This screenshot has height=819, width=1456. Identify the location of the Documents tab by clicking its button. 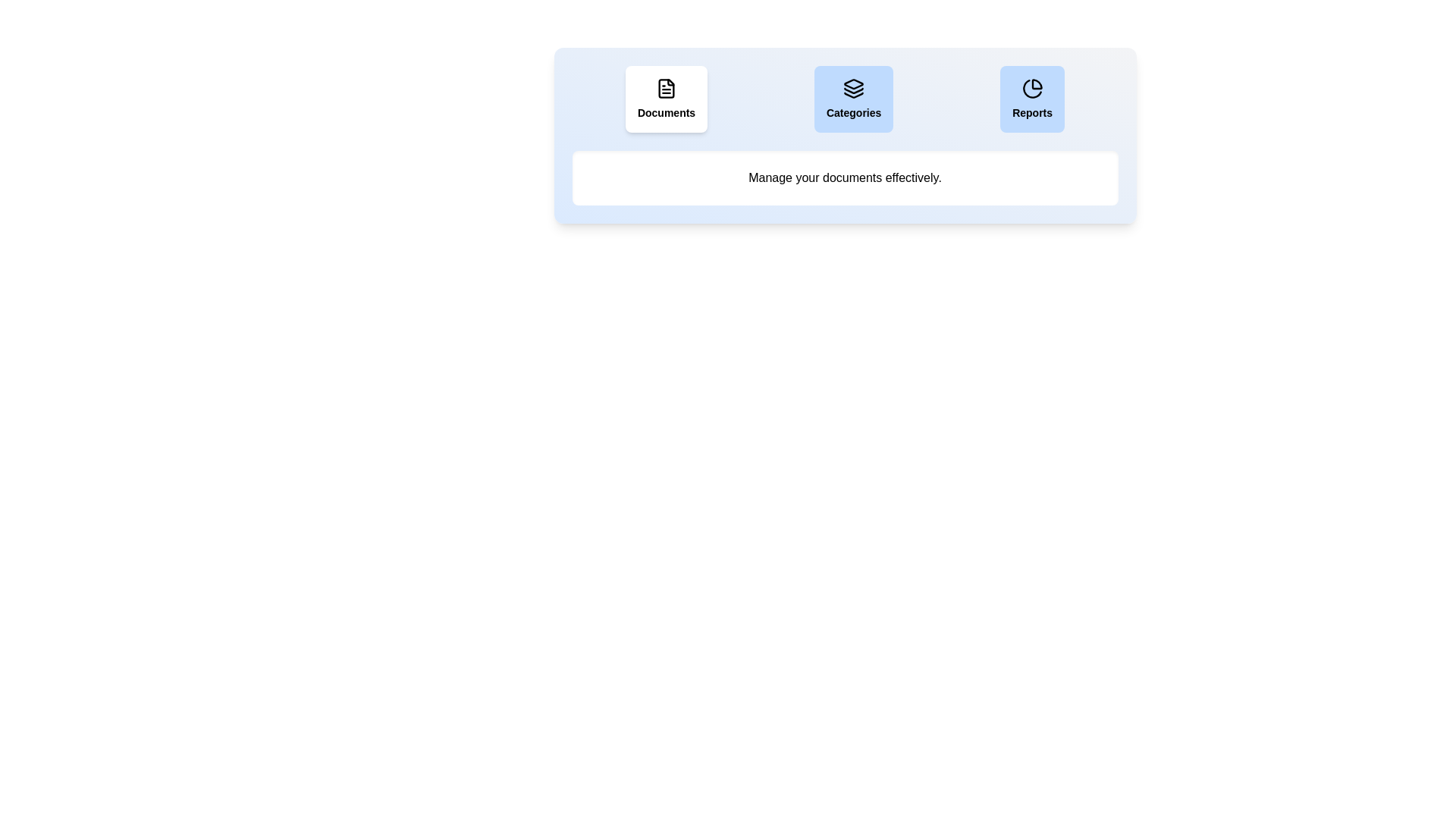
(666, 99).